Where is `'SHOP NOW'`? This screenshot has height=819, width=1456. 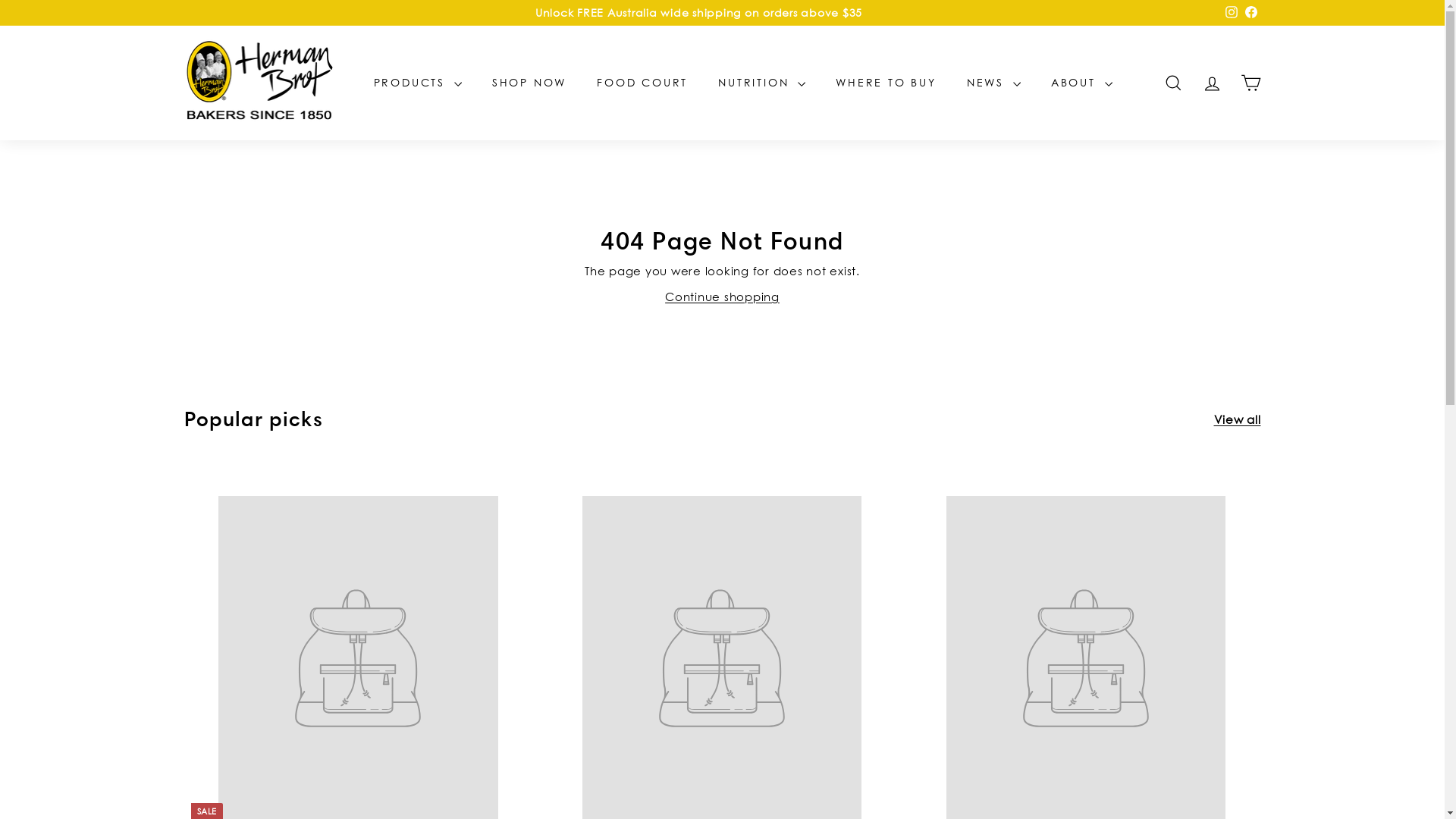
'SHOP NOW' is located at coordinates (475, 82).